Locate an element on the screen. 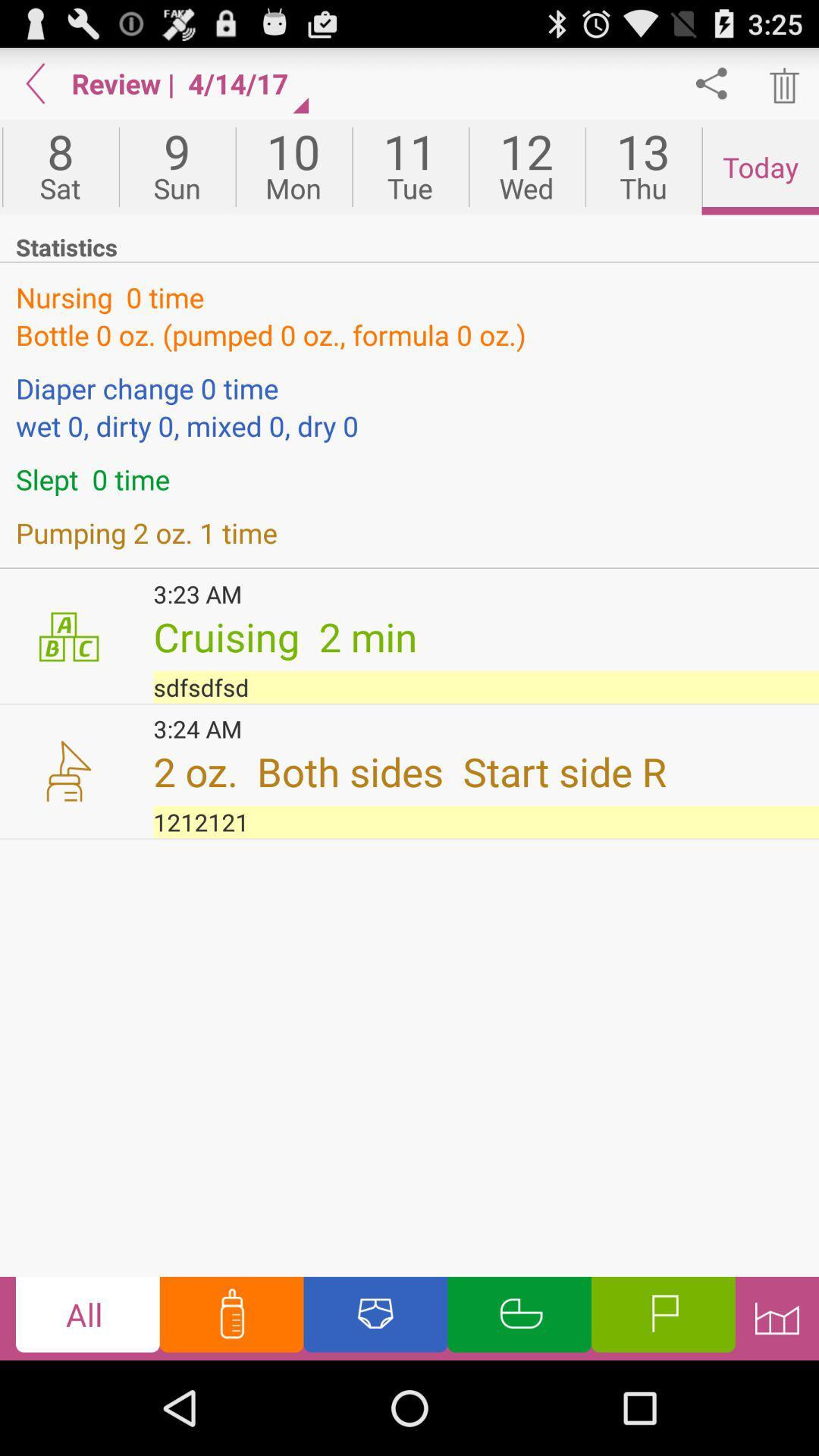 This screenshot has width=819, height=1456. the app above the statistics app is located at coordinates (293, 167).